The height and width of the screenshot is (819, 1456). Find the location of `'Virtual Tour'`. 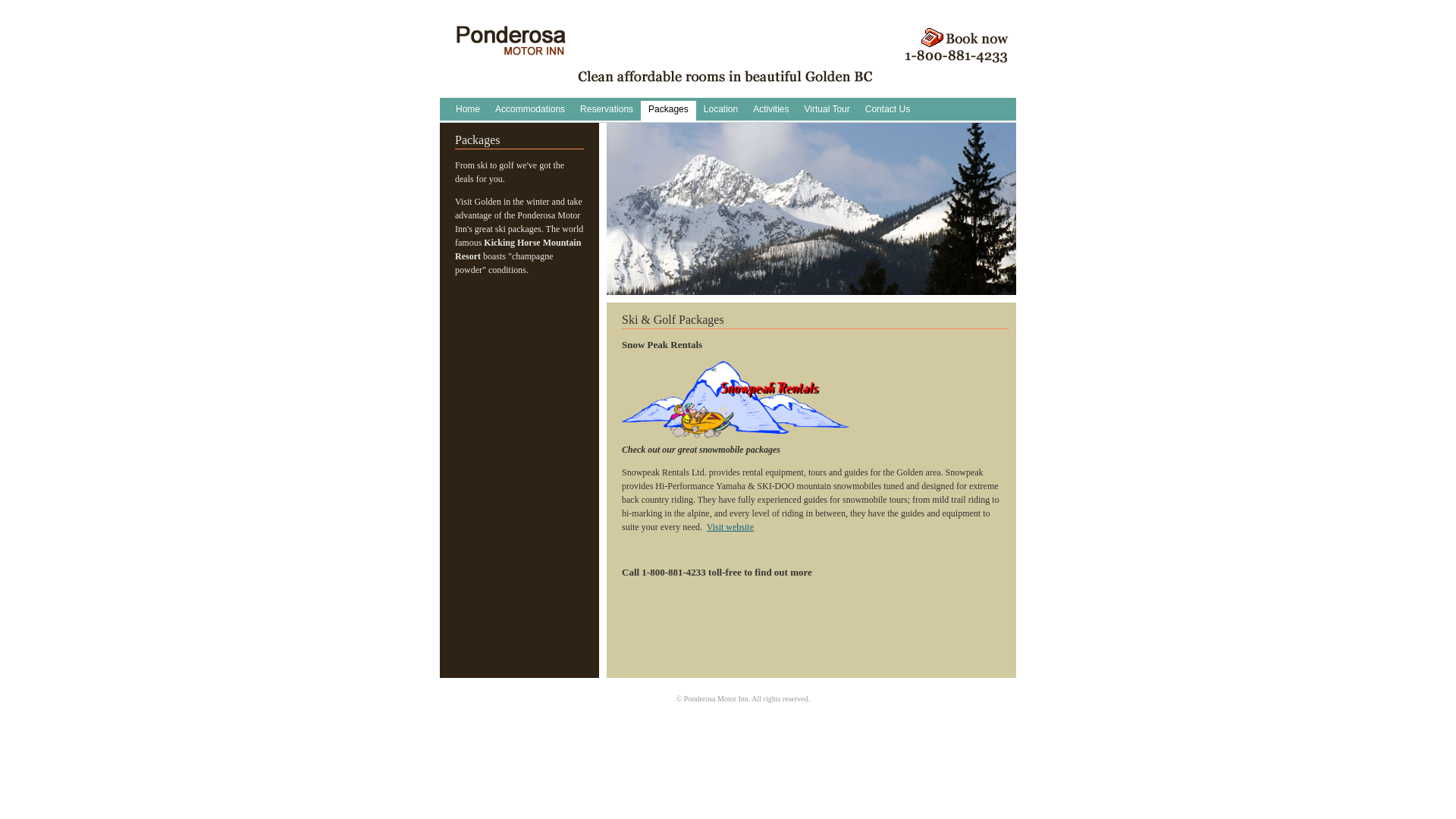

'Virtual Tour' is located at coordinates (826, 110).